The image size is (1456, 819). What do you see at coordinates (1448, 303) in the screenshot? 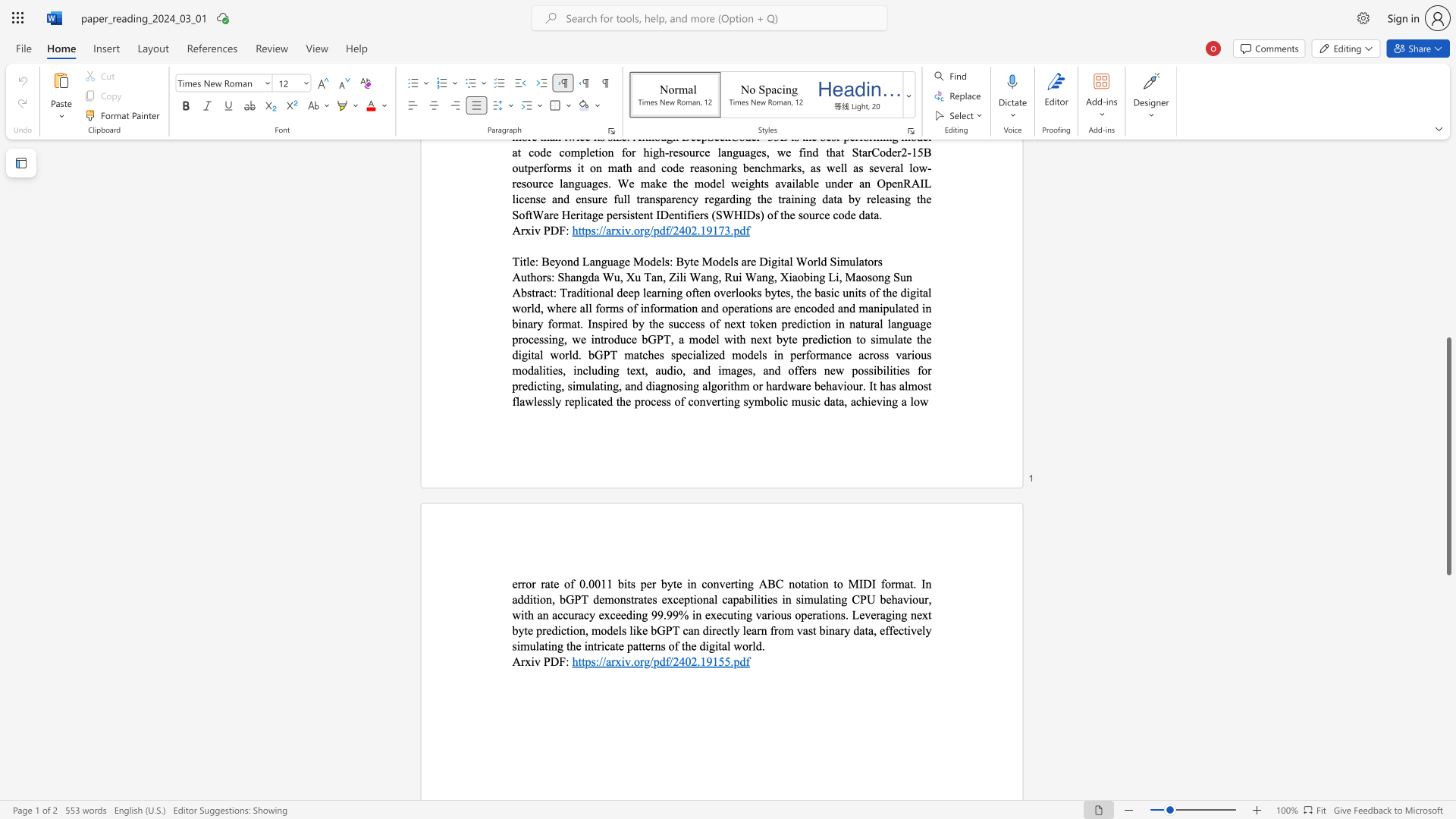
I see `the scrollbar on the right to shift the page higher` at bounding box center [1448, 303].